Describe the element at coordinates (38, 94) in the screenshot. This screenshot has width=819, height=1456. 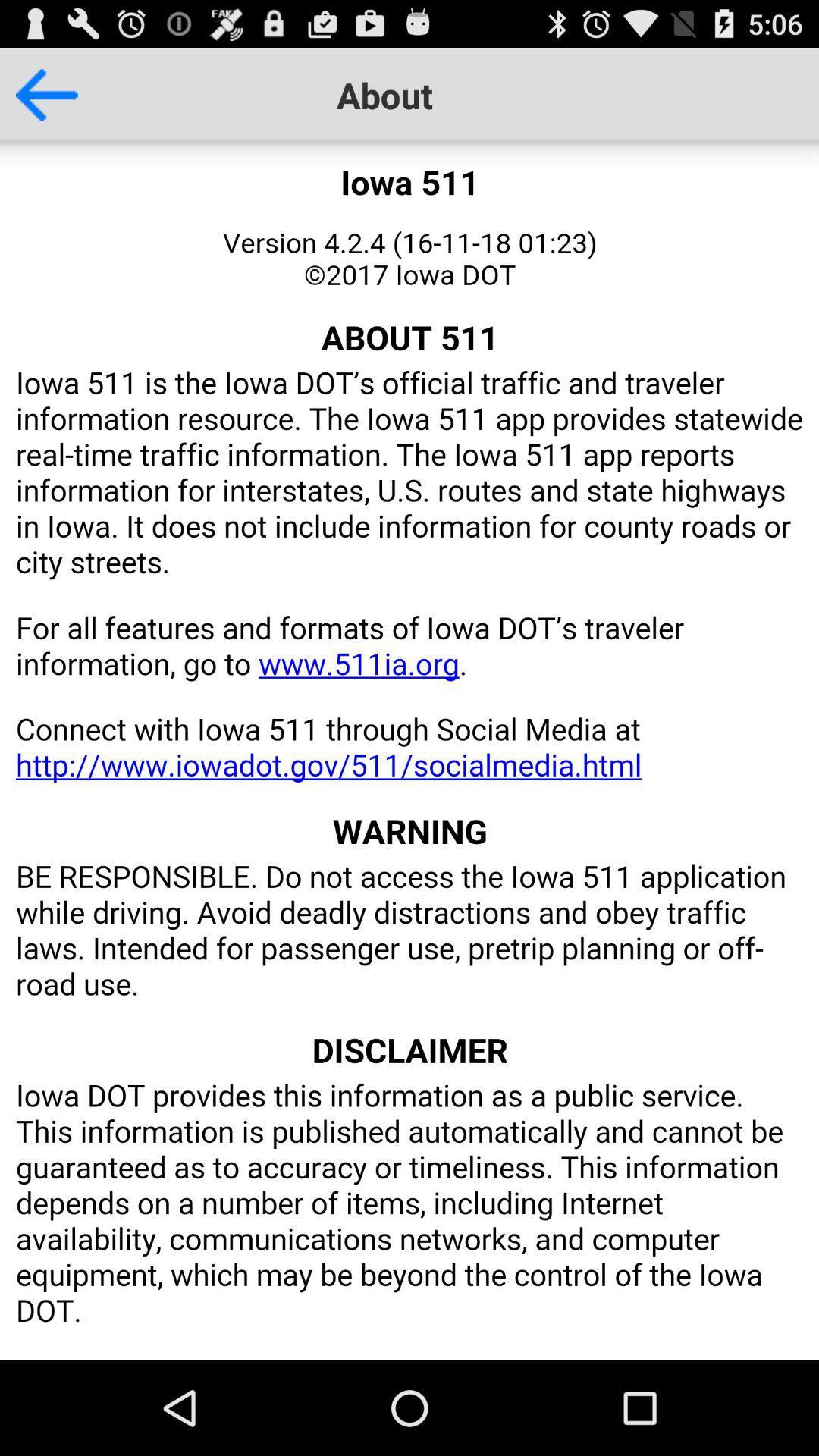
I see `go back` at that location.